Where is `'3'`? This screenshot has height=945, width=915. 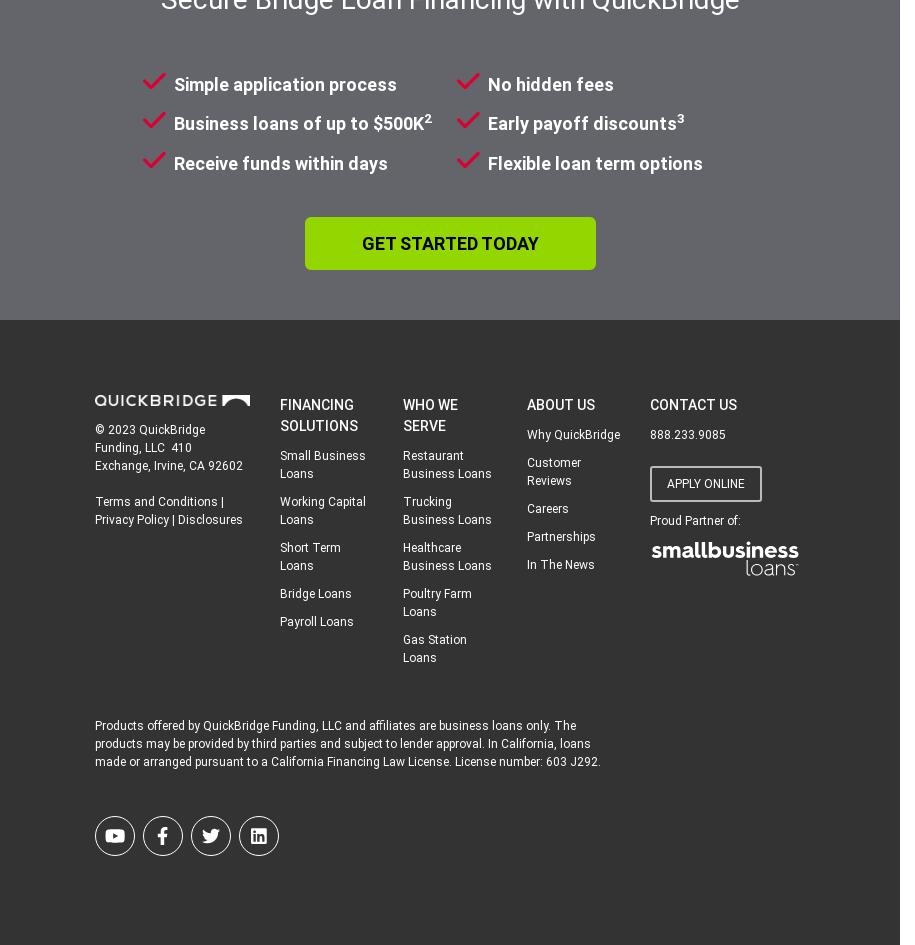
'3' is located at coordinates (679, 117).